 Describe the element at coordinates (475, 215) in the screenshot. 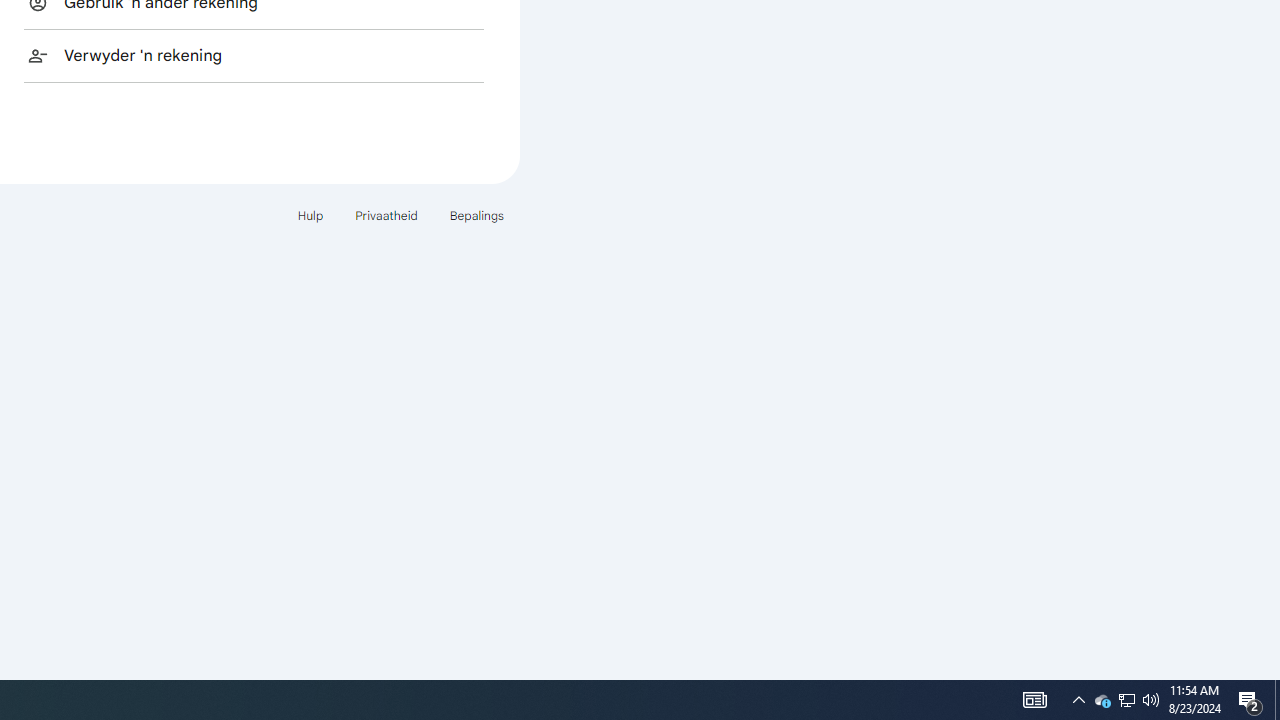

I see `'Bepalings'` at that location.